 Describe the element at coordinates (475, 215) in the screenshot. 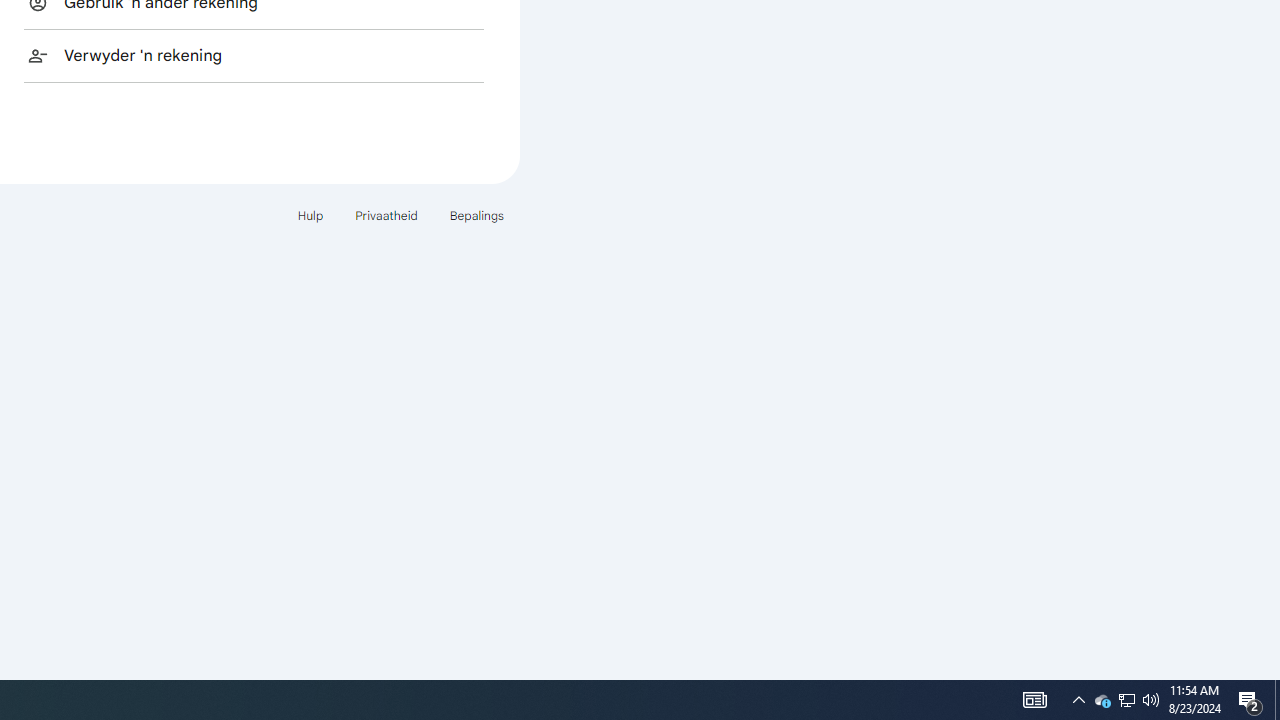

I see `'Bepalings'` at that location.